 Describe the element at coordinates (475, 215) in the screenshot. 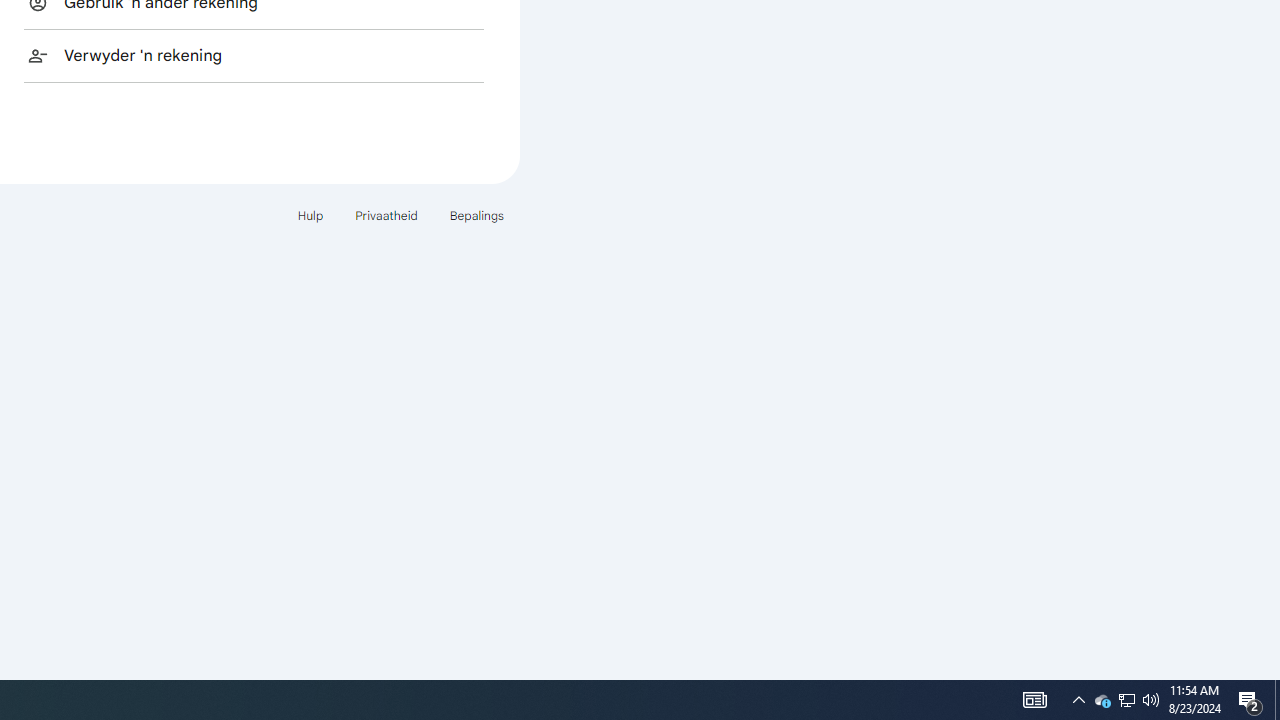

I see `'Bepalings'` at that location.